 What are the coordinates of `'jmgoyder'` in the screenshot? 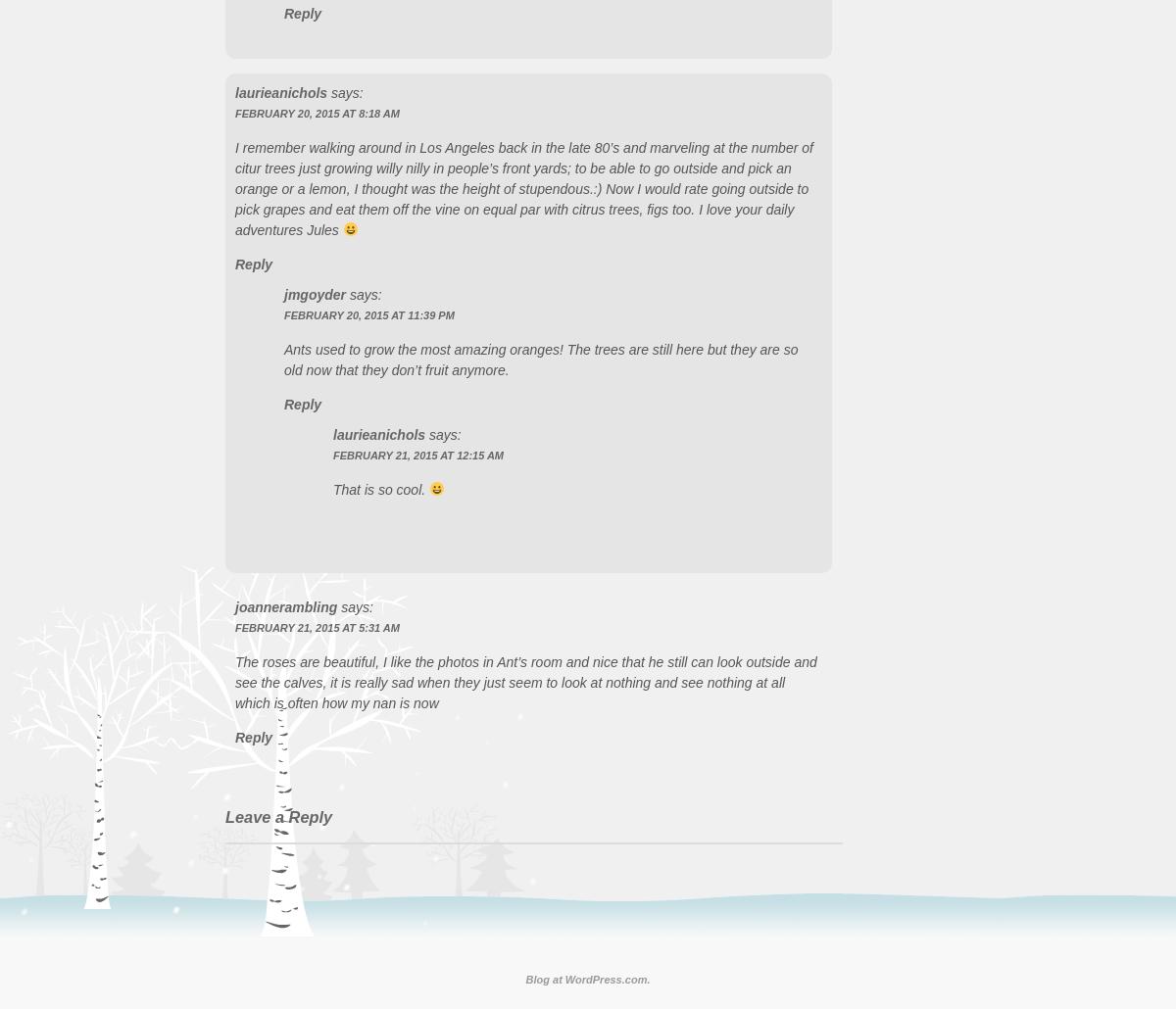 It's located at (315, 293).